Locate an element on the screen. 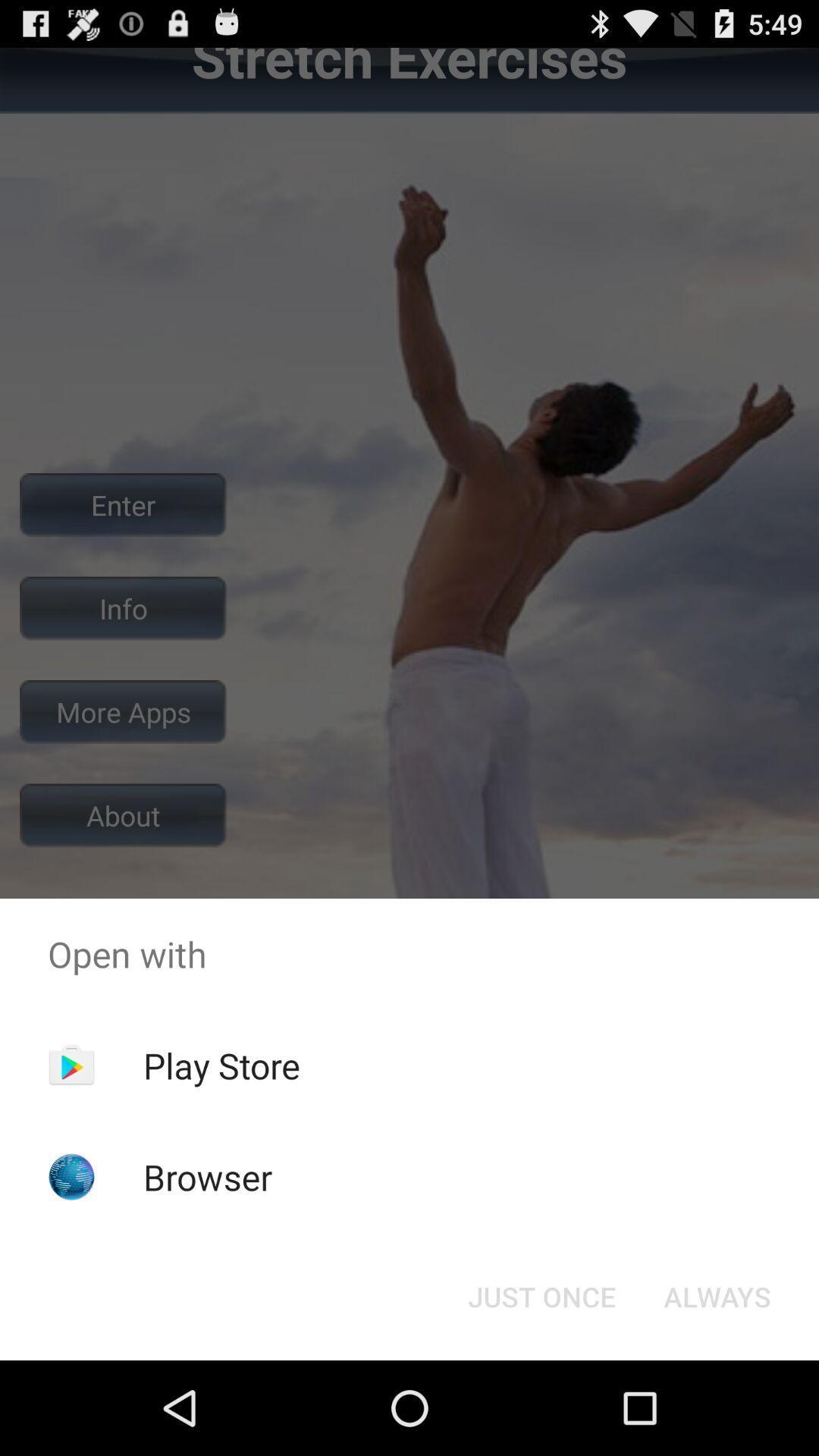  item at the bottom right corner is located at coordinates (717, 1295).